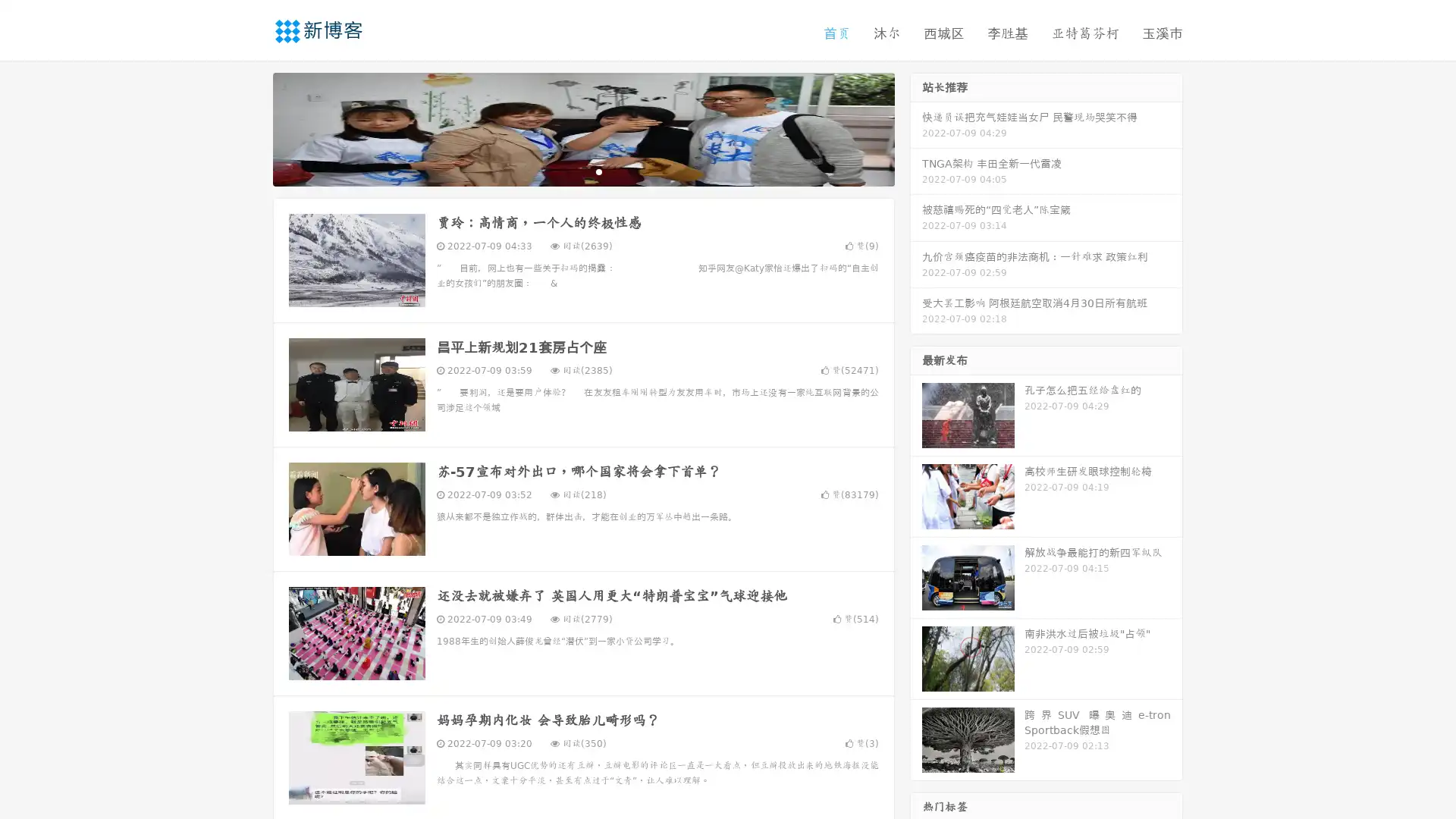  What do you see at coordinates (250, 127) in the screenshot?
I see `Previous slide` at bounding box center [250, 127].